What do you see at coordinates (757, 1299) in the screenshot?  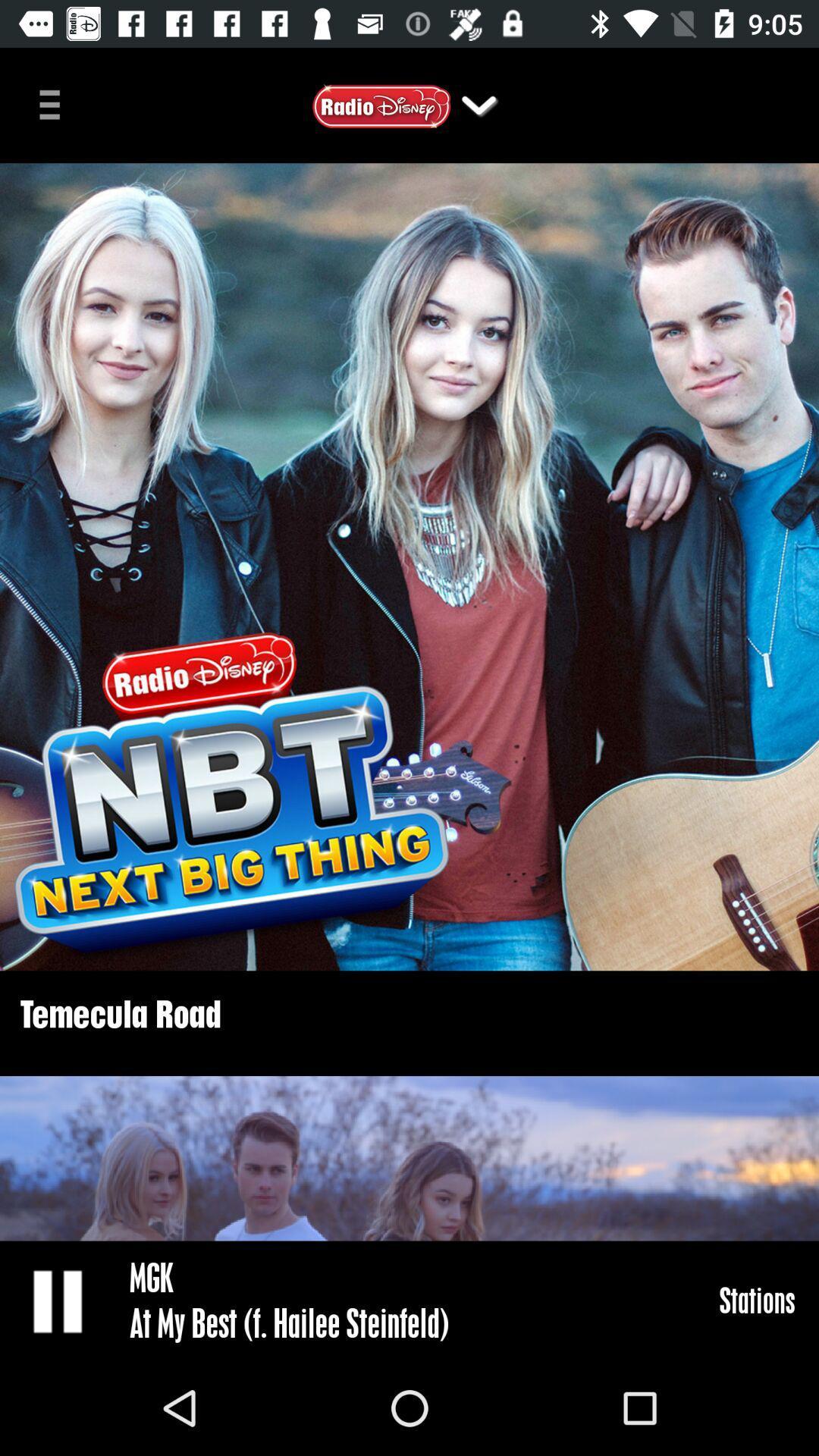 I see `the stations at the bottom right corner` at bounding box center [757, 1299].